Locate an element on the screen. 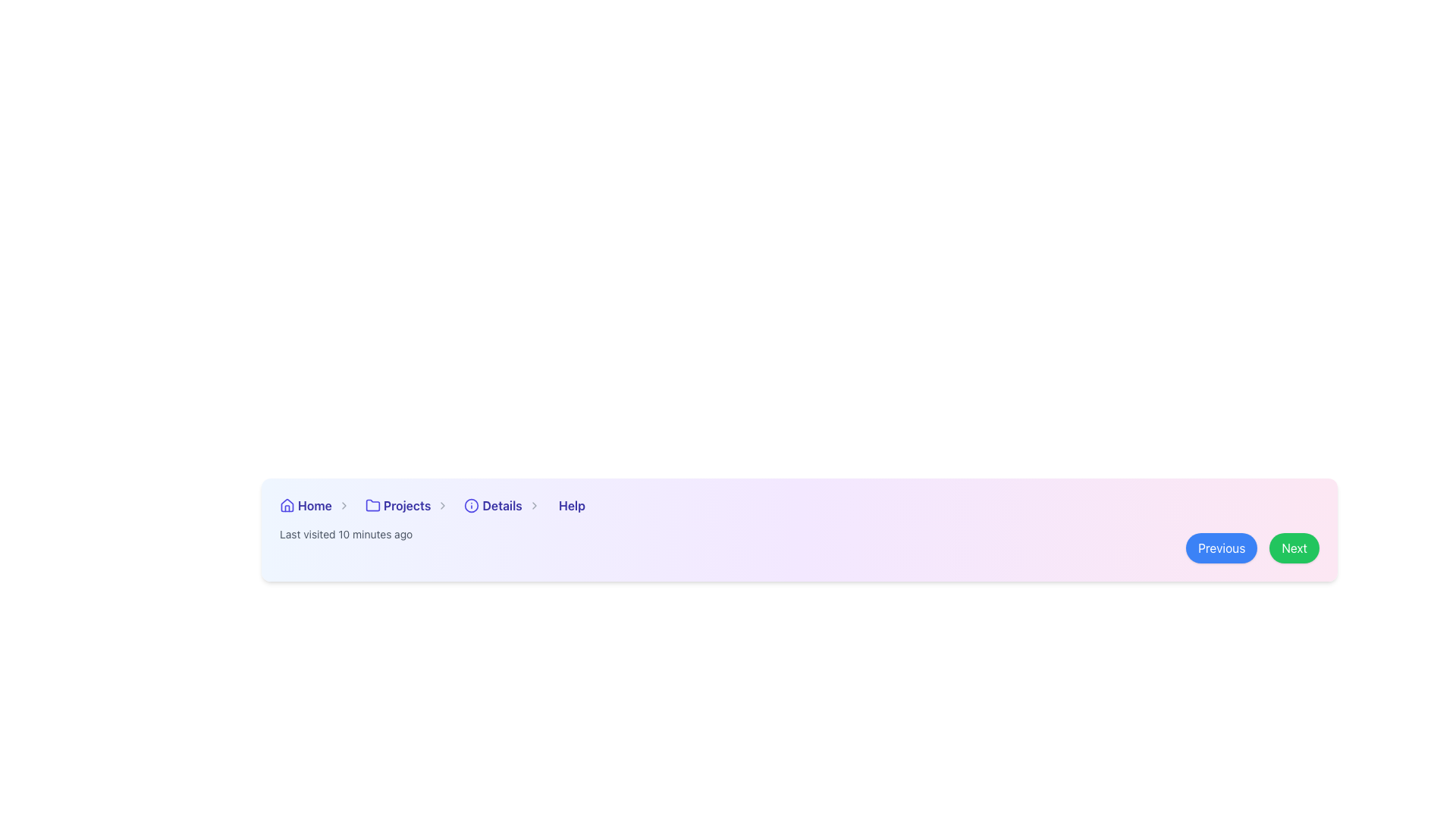 Image resolution: width=1456 pixels, height=819 pixels. the home icon in the breadcrumb navigation bar is located at coordinates (287, 506).